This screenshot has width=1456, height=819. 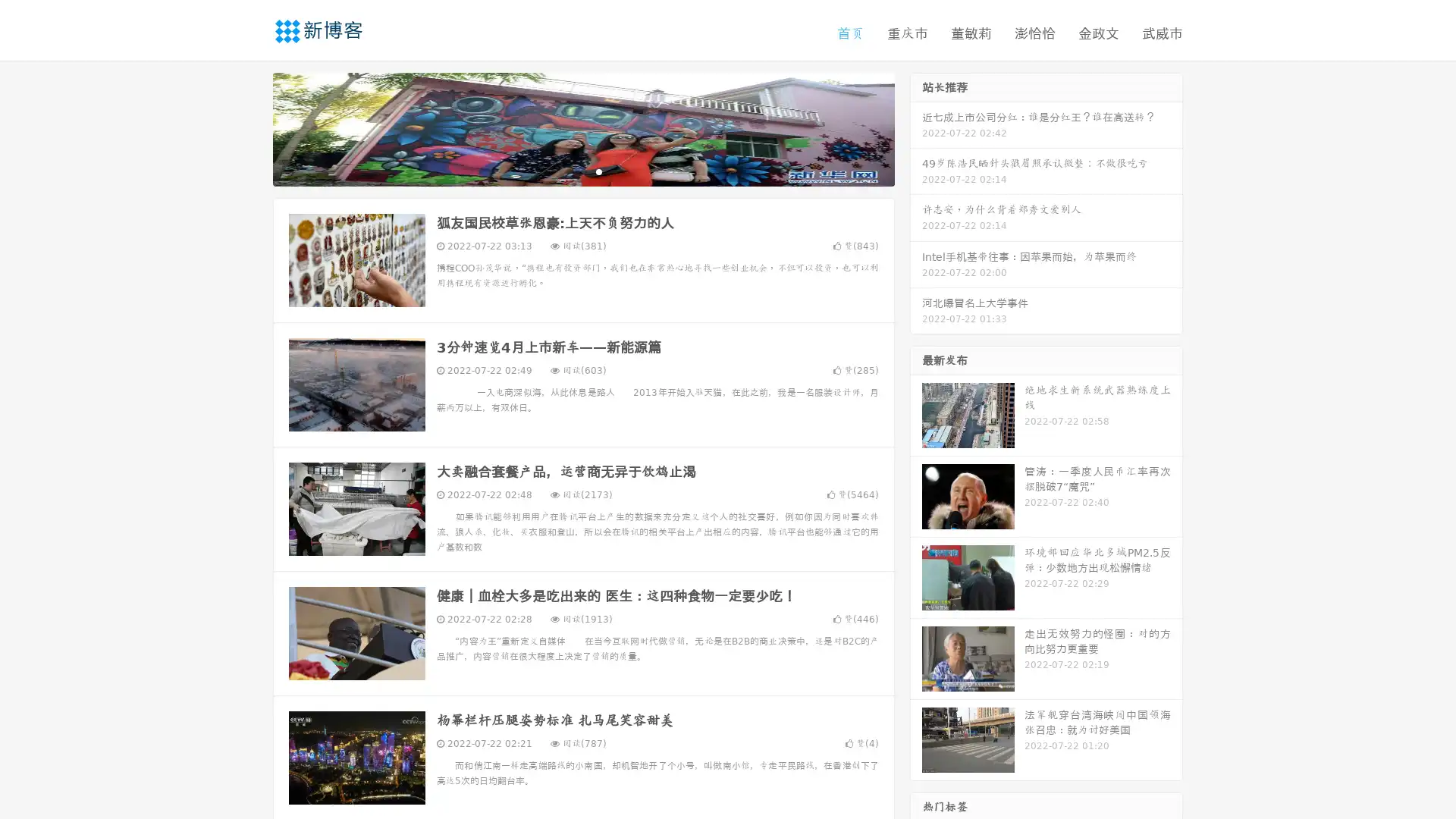 I want to click on Next slide, so click(x=916, y=127).